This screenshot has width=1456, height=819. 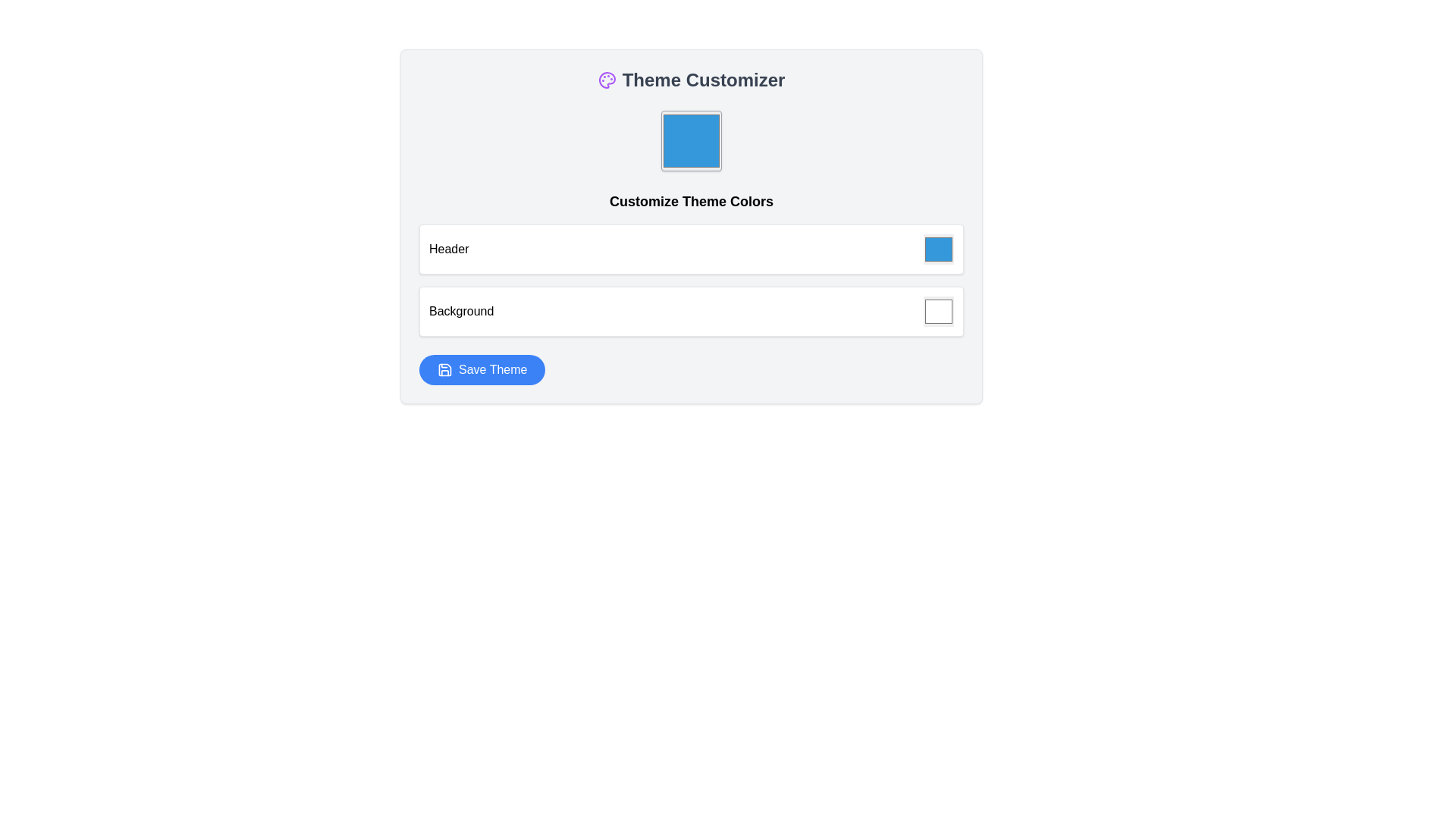 What do you see at coordinates (691, 140) in the screenshot?
I see `the blue color swatch located at the top center of the 'Customize Theme Colors' section` at bounding box center [691, 140].